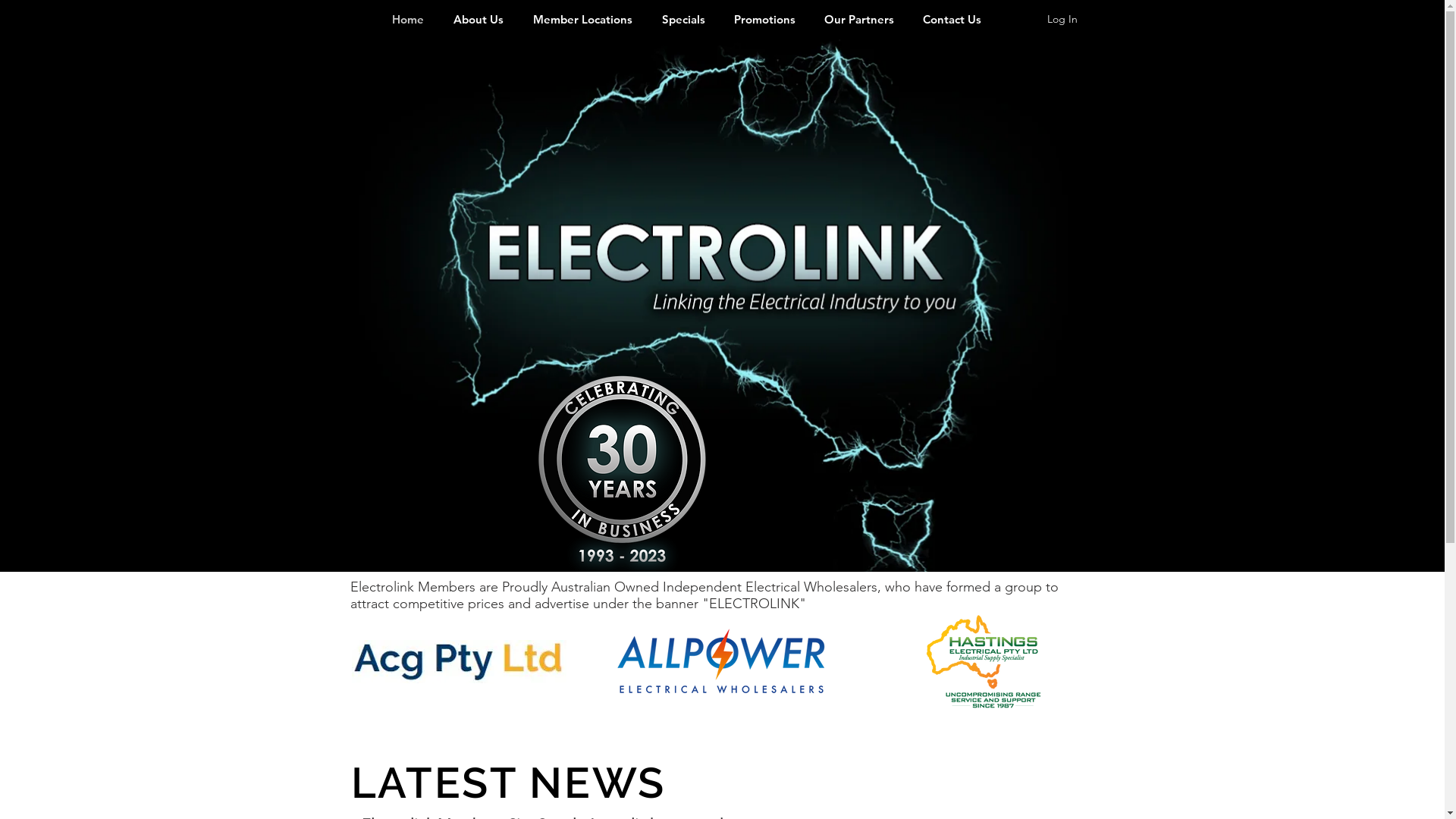 The height and width of the screenshot is (819, 1456). I want to click on 'Our Partners', so click(858, 19).